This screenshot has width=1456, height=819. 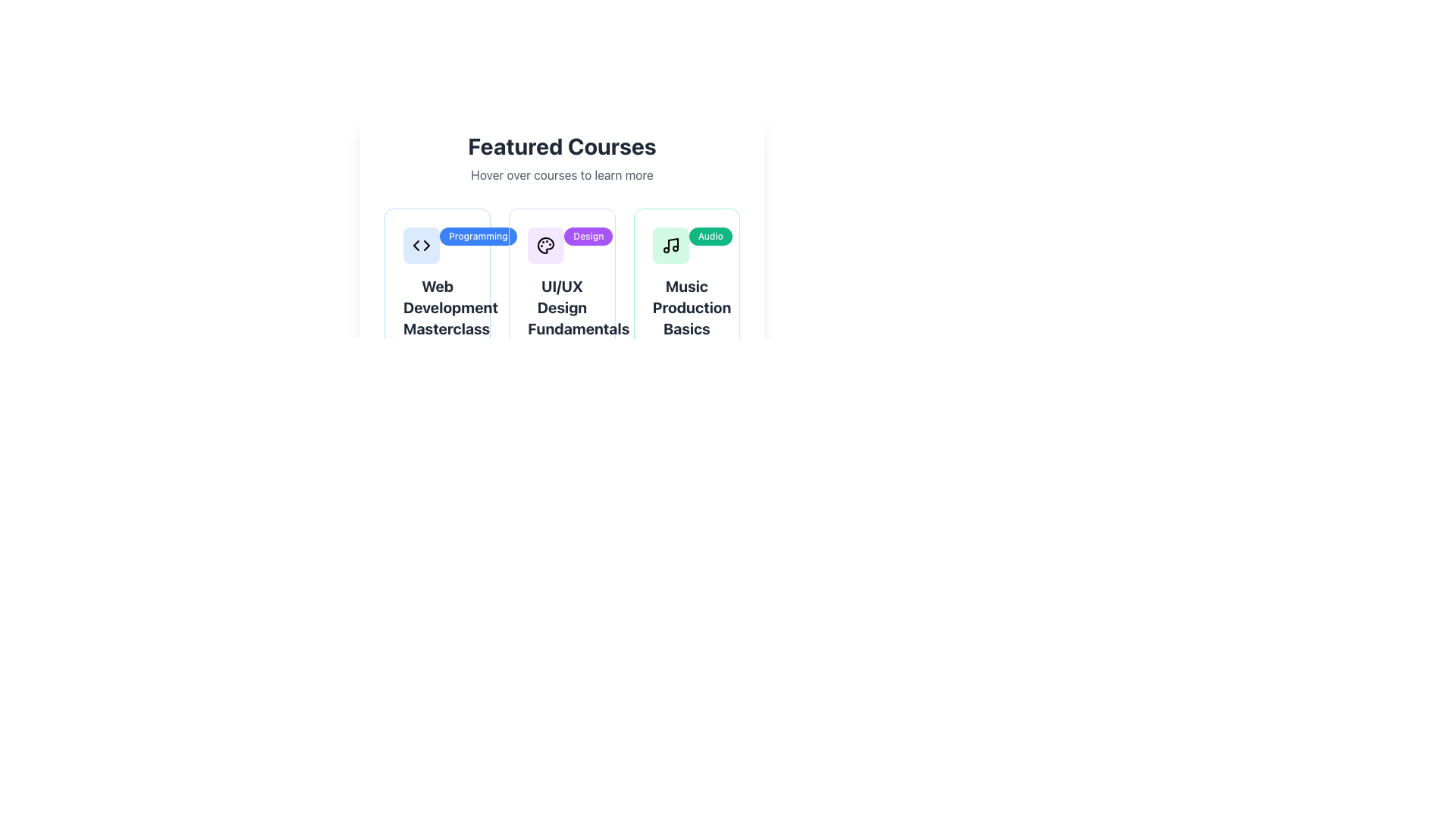 I want to click on the Info card showcasing the 'UI/UX Design Fundamentals' course, which is the second card in the 'Featured Courses' section, so click(x=561, y=322).